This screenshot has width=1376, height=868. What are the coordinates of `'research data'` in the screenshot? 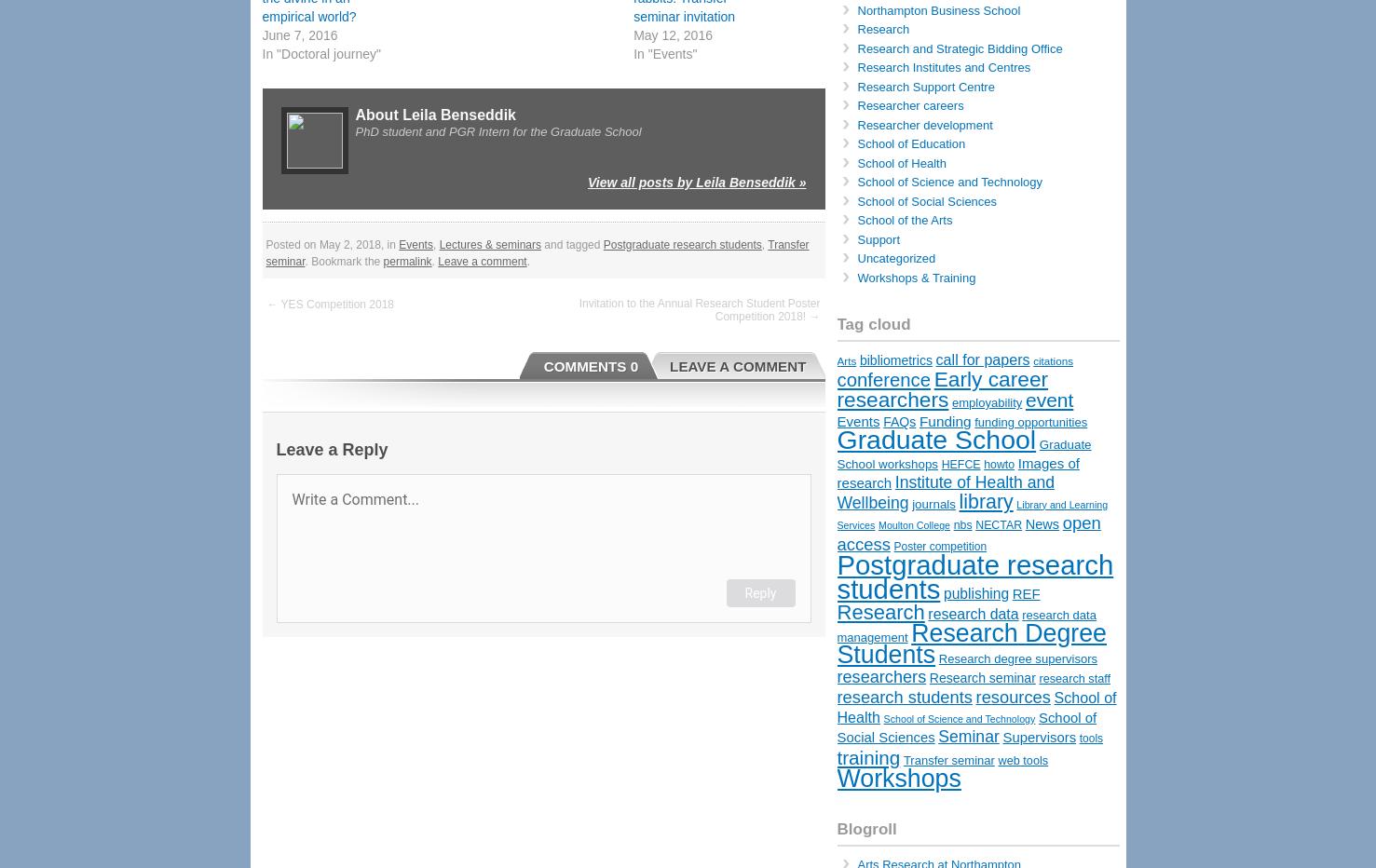 It's located at (972, 614).